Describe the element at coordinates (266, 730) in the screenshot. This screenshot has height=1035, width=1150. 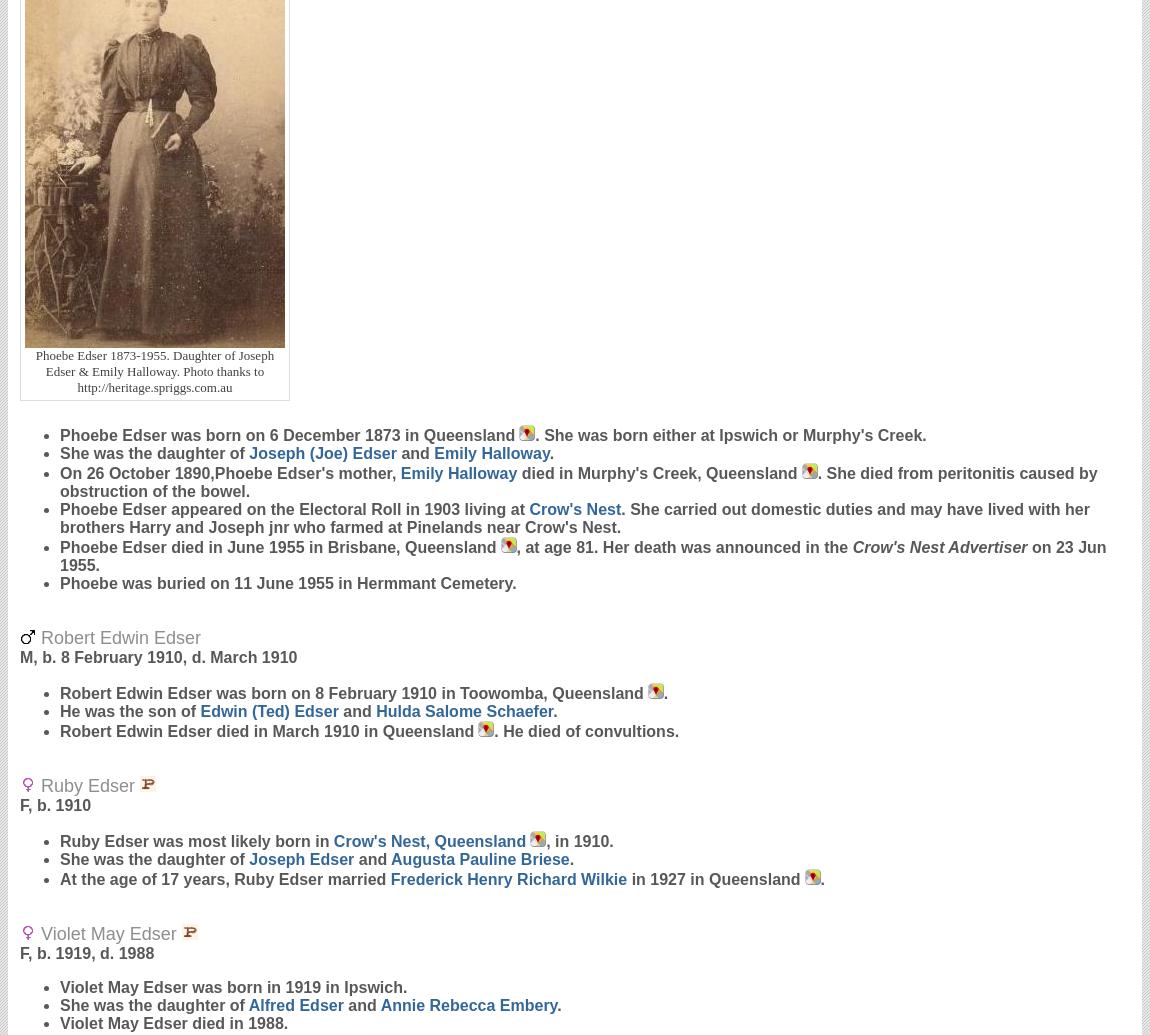
I see `'Robert Edwin Edser died in March 1910 in Queensland'` at that location.